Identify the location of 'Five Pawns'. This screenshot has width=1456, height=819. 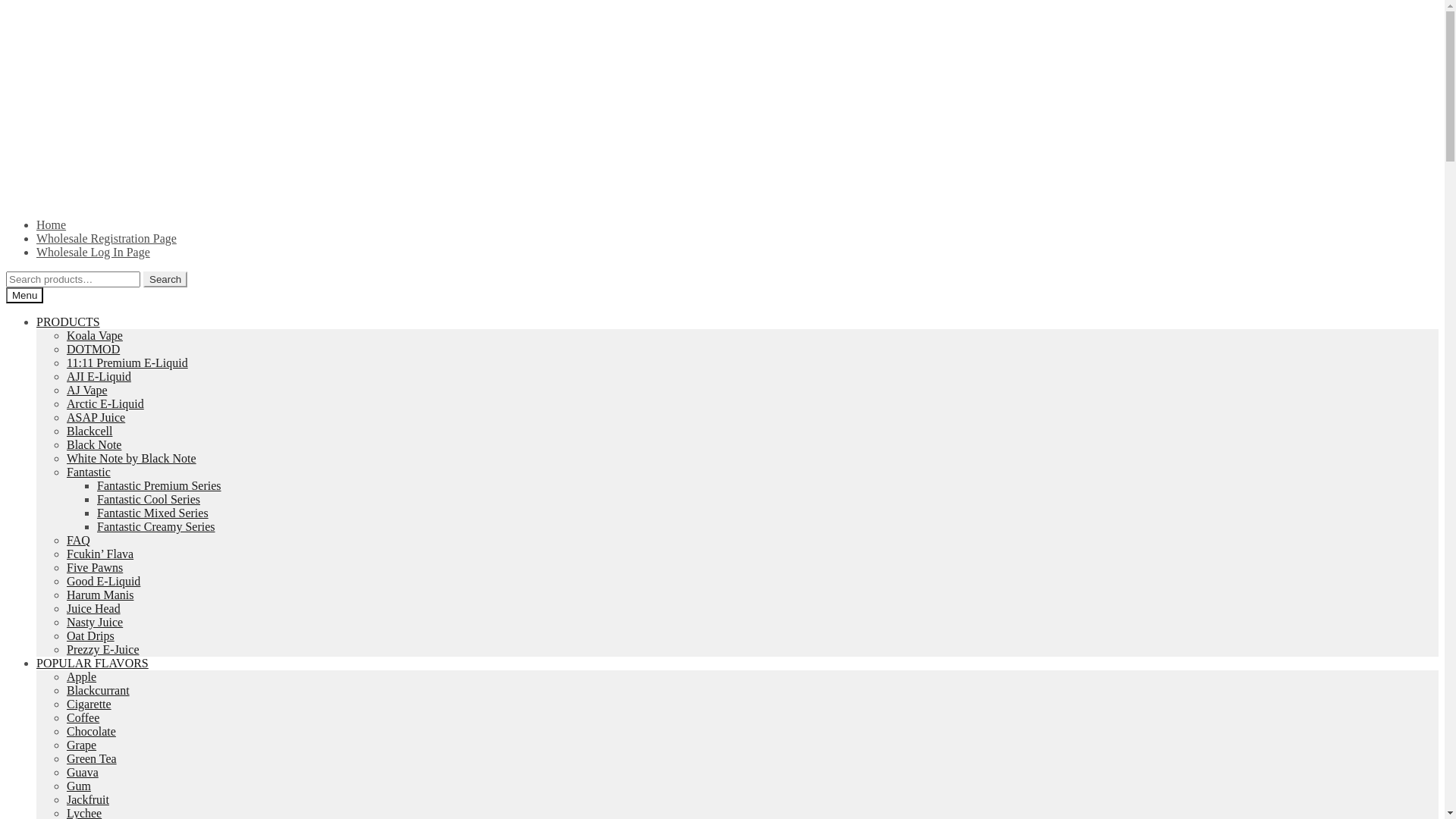
(65, 567).